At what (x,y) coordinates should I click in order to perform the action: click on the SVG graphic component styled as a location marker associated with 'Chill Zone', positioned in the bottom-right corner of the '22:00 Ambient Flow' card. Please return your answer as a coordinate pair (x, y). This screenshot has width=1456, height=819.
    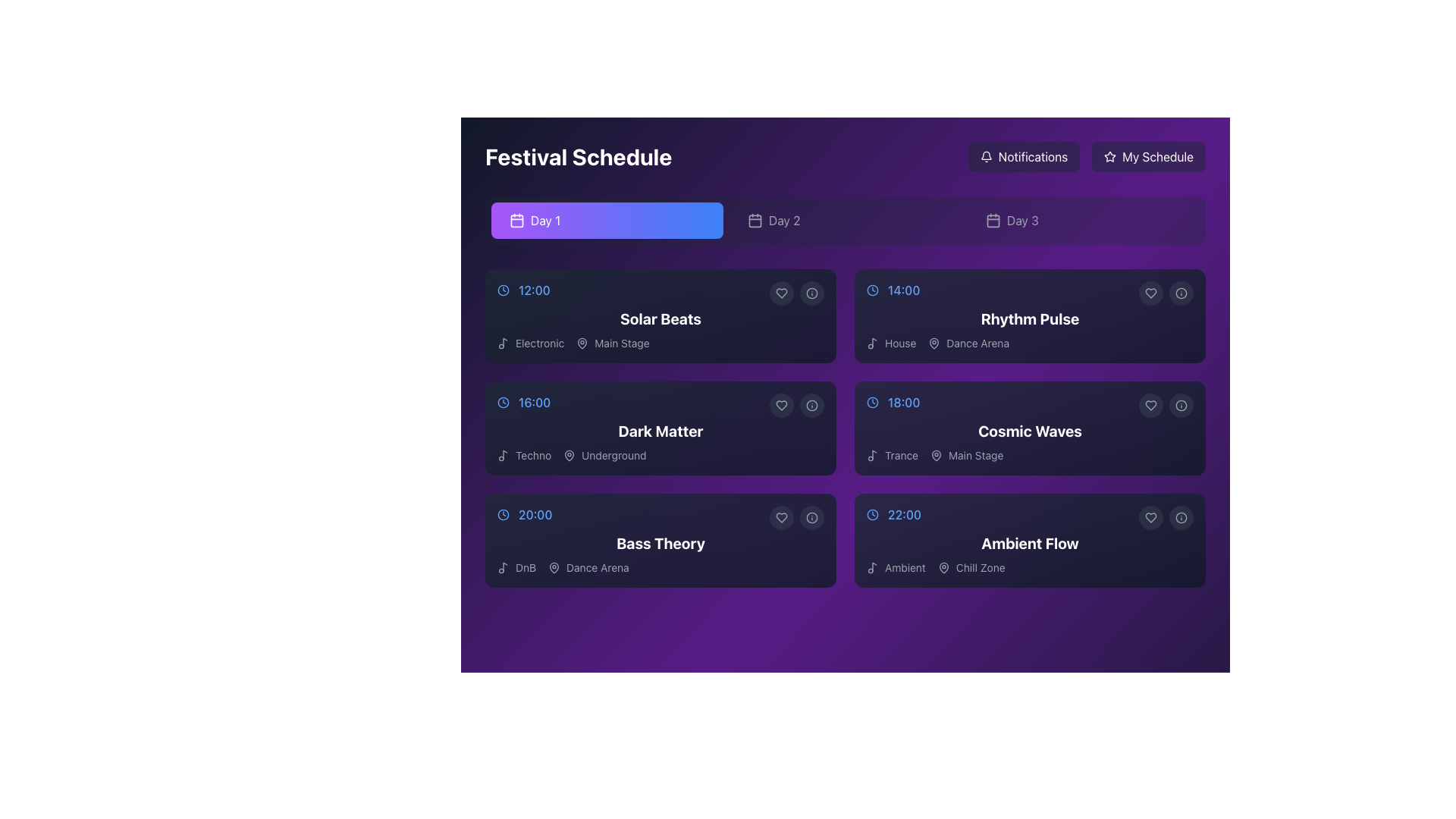
    Looking at the image, I should click on (943, 567).